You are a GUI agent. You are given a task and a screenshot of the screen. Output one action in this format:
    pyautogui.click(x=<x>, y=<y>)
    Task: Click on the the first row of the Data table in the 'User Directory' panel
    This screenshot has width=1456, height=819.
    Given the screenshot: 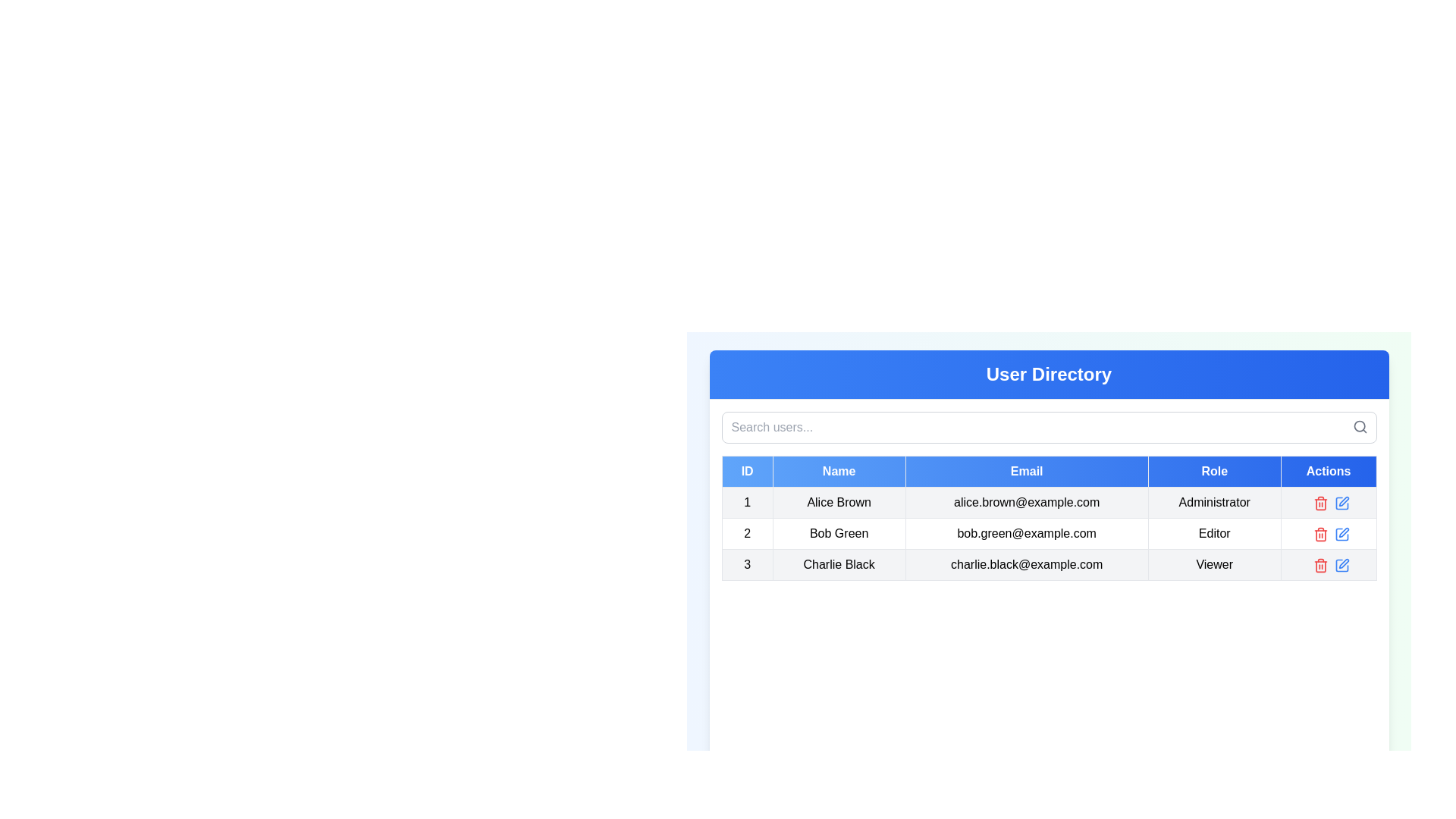 What is the action you would take?
    pyautogui.click(x=1048, y=496)
    